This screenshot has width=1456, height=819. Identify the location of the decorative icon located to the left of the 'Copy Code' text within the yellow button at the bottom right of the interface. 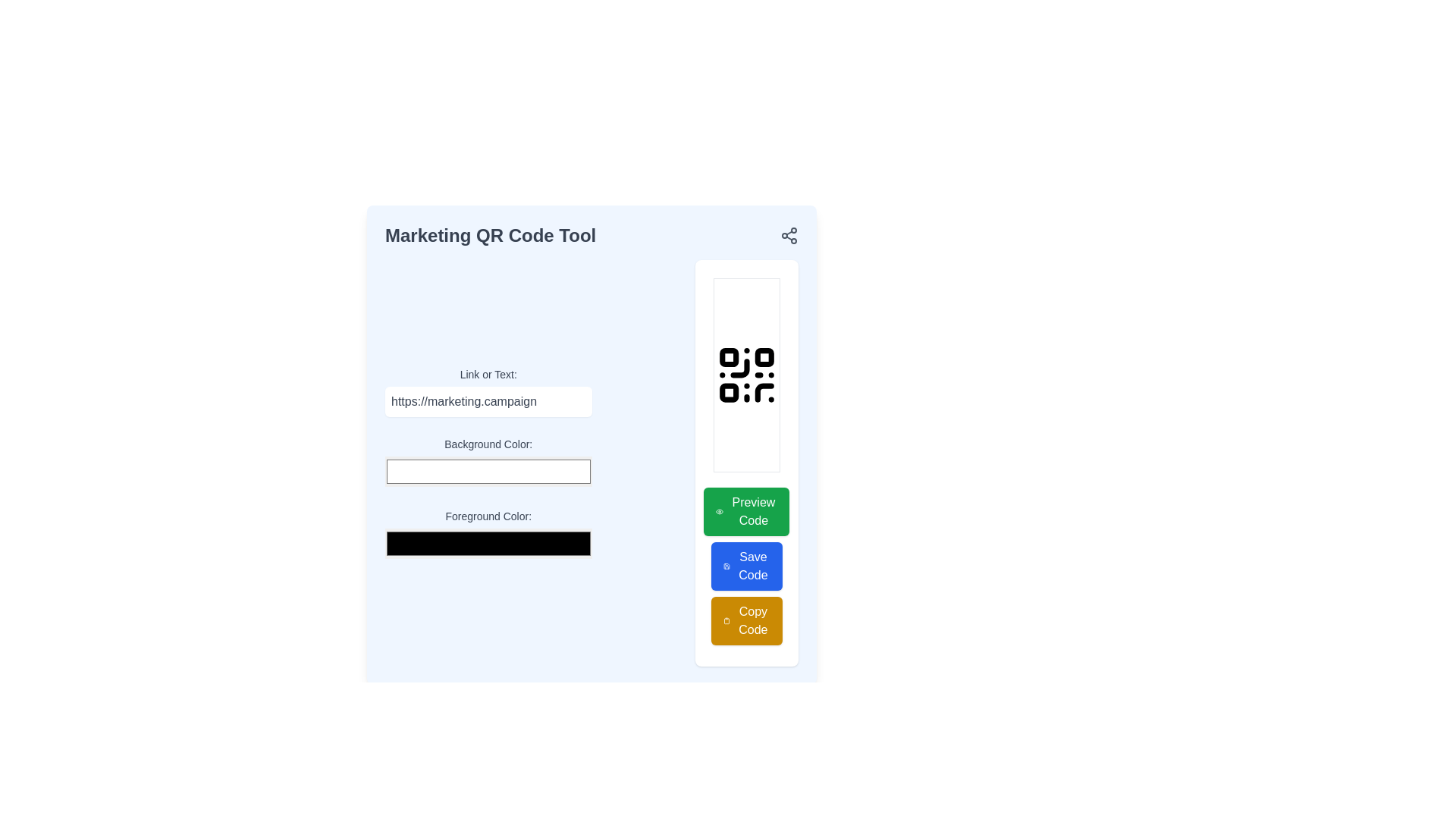
(726, 620).